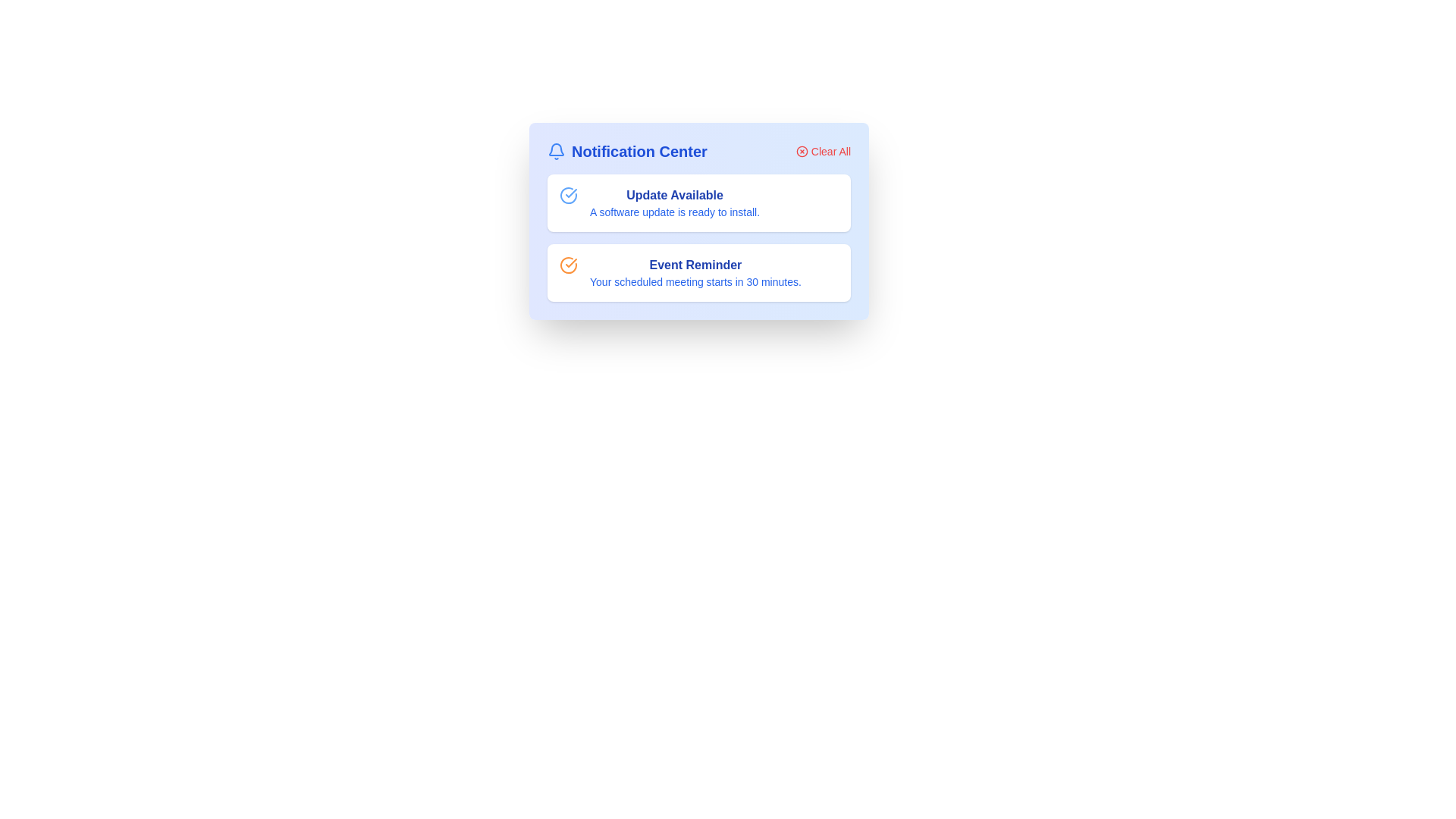  I want to click on the circular icon located in the top-right area of the notification center, which represents a button or status indicator, so click(801, 152).